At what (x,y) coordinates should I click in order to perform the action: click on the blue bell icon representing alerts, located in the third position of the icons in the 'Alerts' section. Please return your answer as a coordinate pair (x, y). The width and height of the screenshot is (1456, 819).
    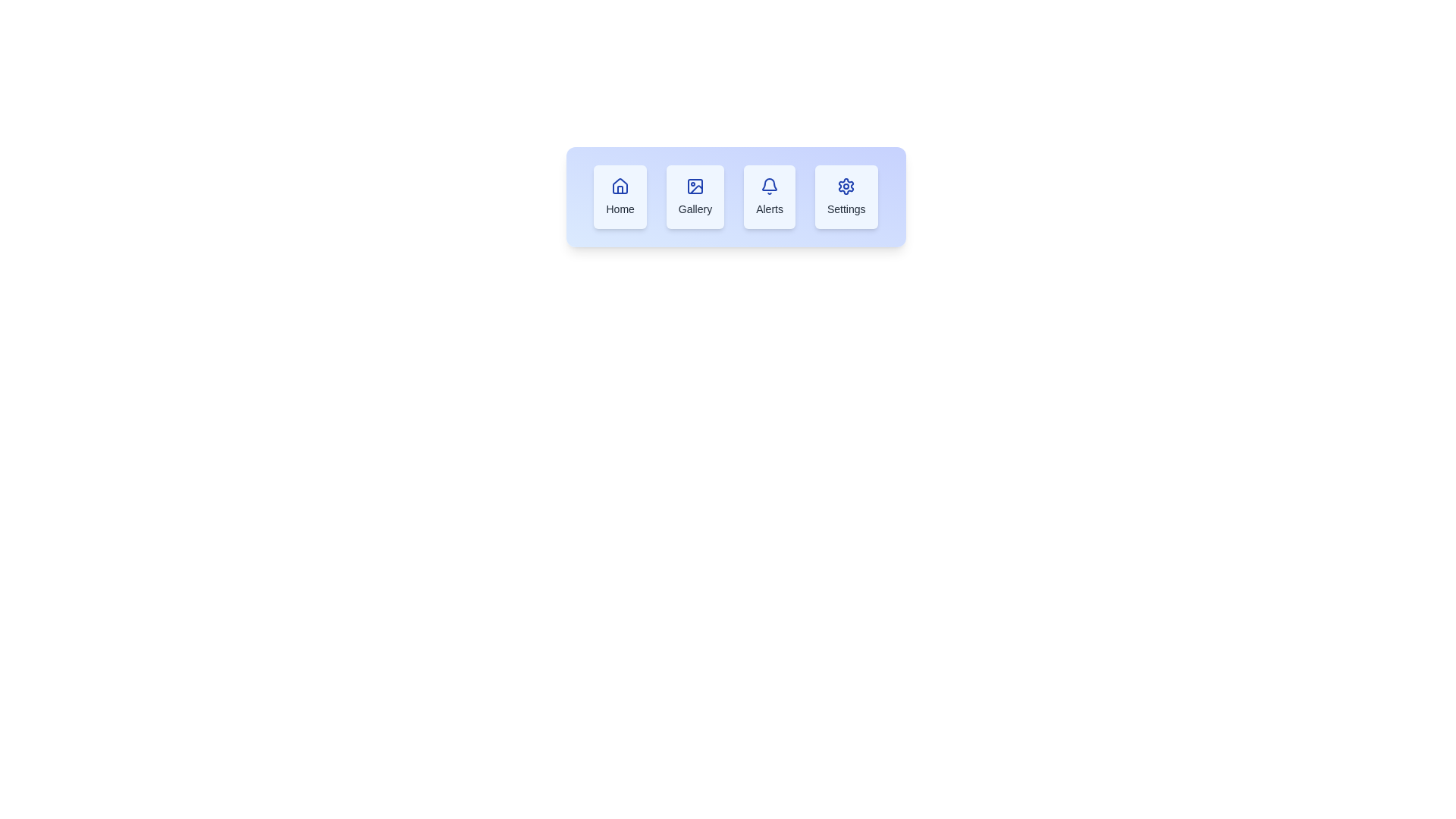
    Looking at the image, I should click on (770, 184).